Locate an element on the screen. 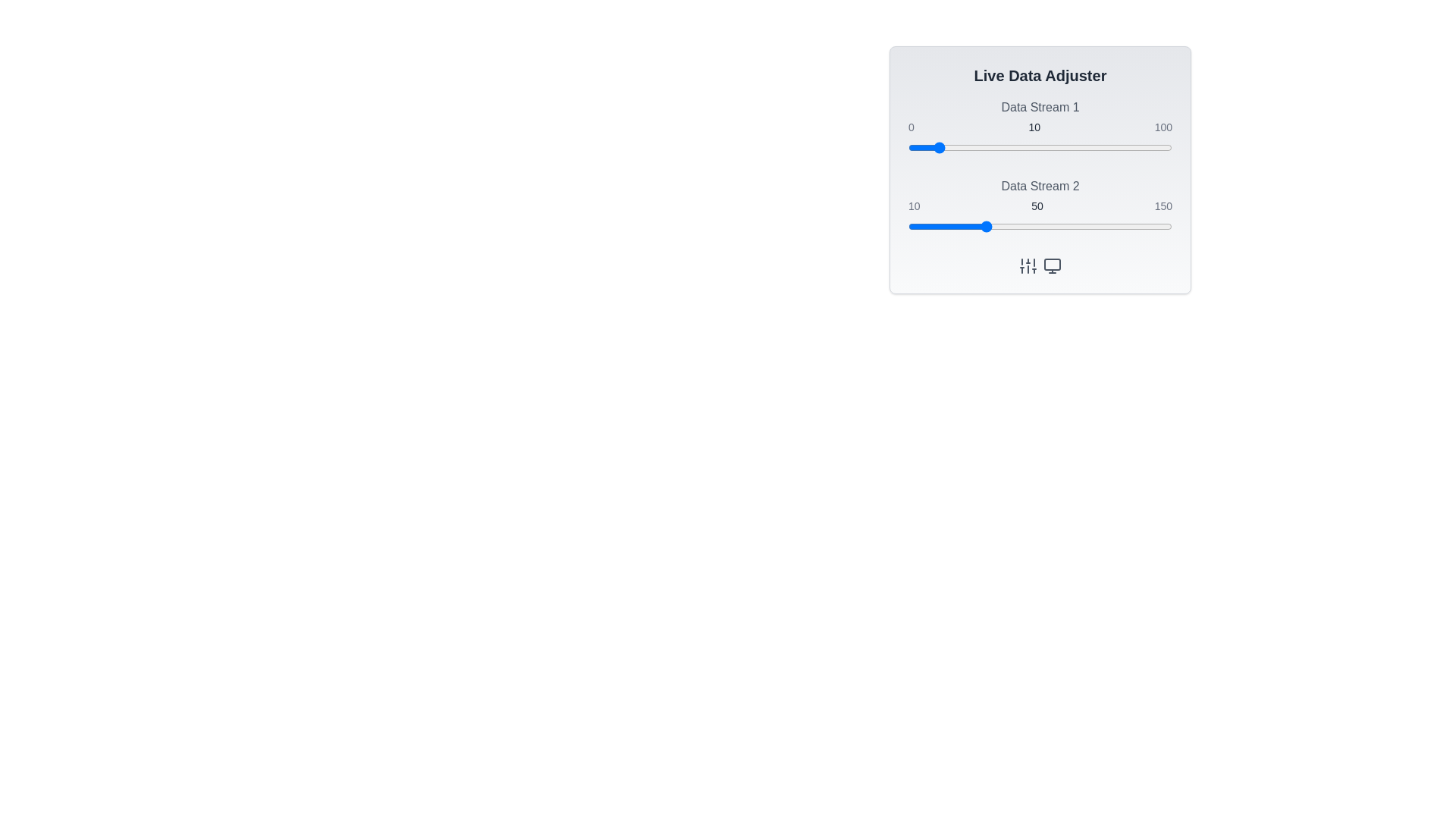 This screenshot has width=1456, height=819. the numerical labels of the Label Set located below the 'Data Stream 1' heading and preceding the slider component is located at coordinates (1040, 127).